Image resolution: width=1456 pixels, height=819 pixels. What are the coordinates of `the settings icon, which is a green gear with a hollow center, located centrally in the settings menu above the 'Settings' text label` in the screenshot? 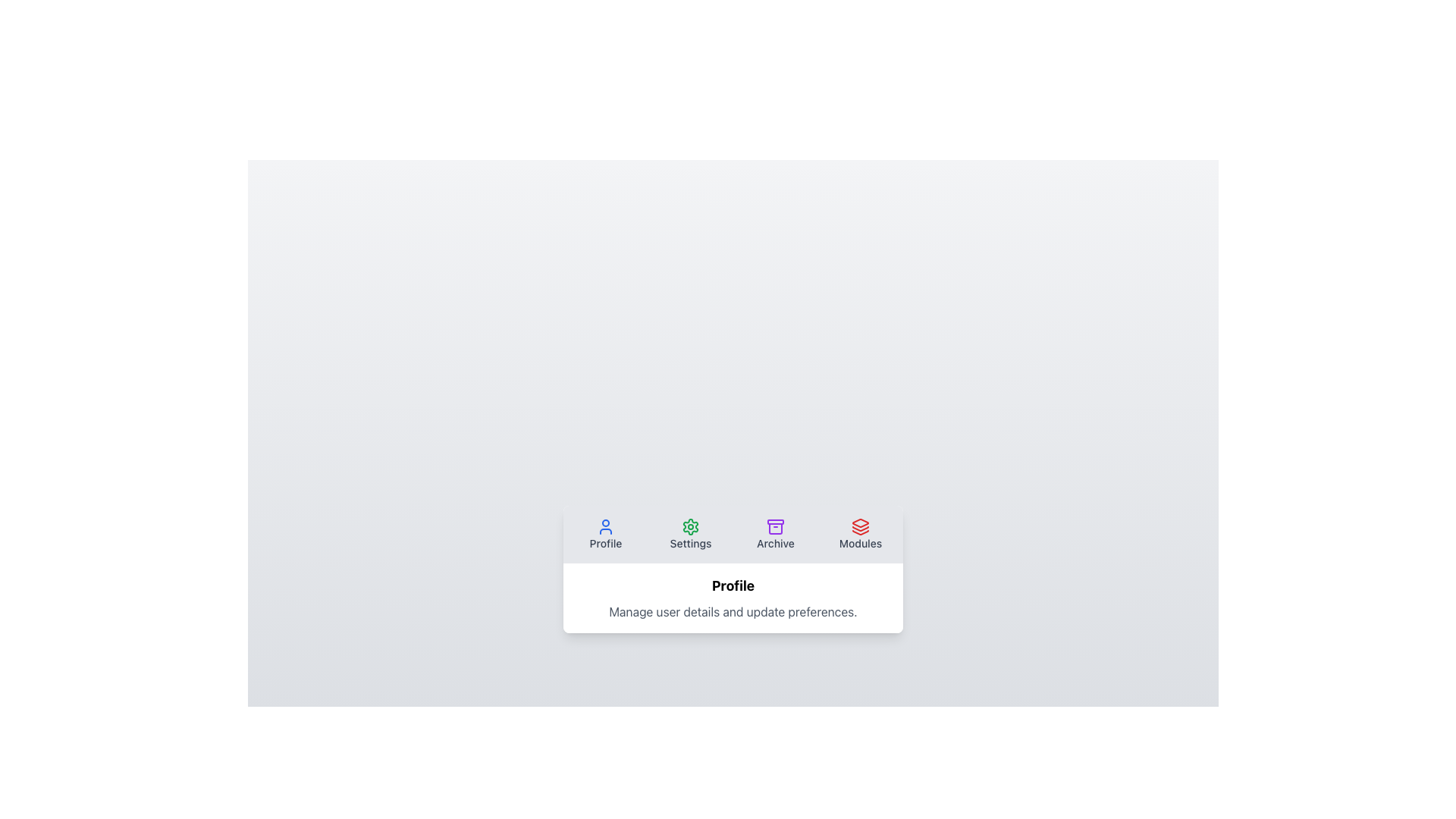 It's located at (690, 526).